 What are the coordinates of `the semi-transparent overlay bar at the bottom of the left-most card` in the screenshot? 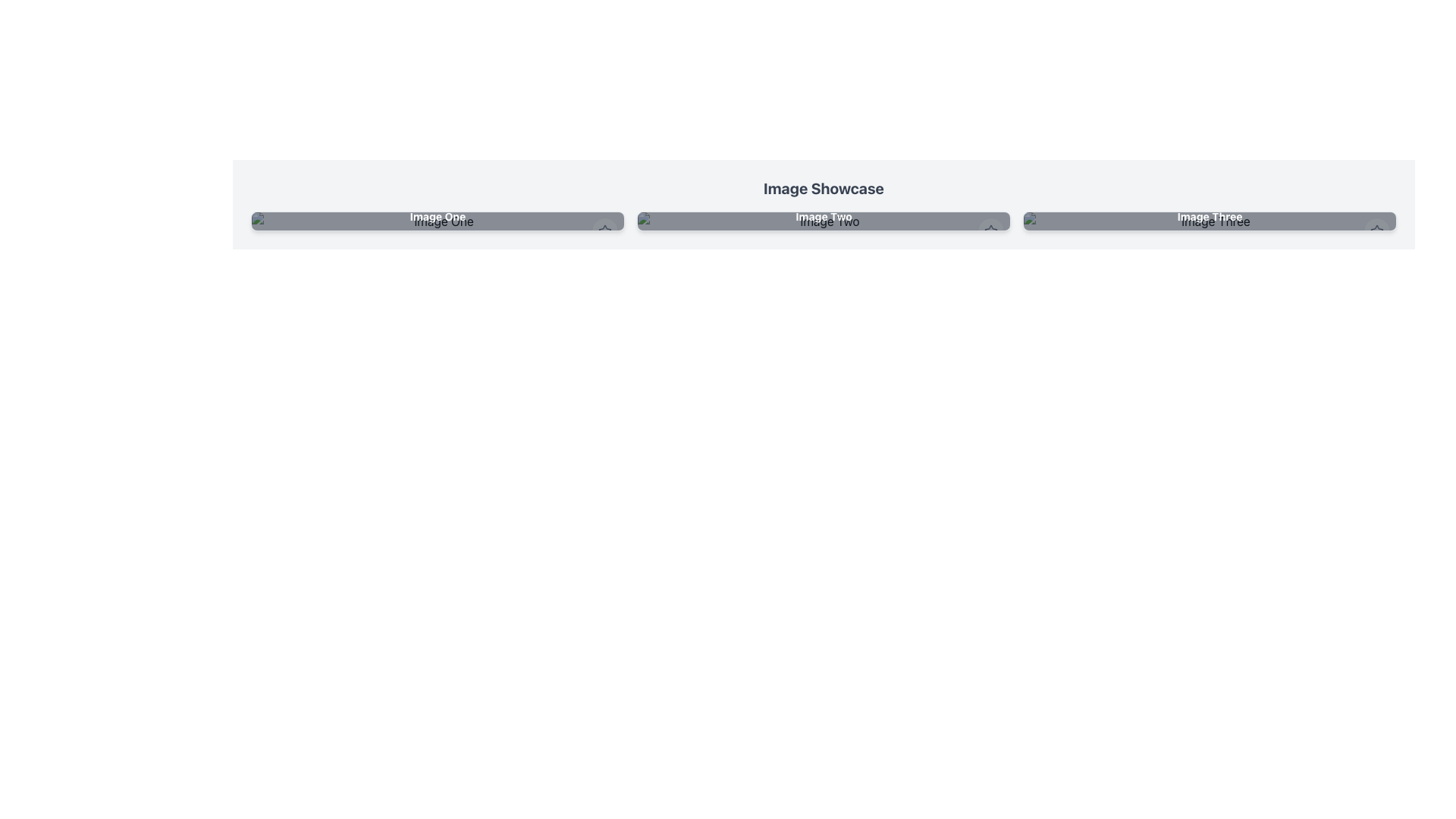 It's located at (437, 216).